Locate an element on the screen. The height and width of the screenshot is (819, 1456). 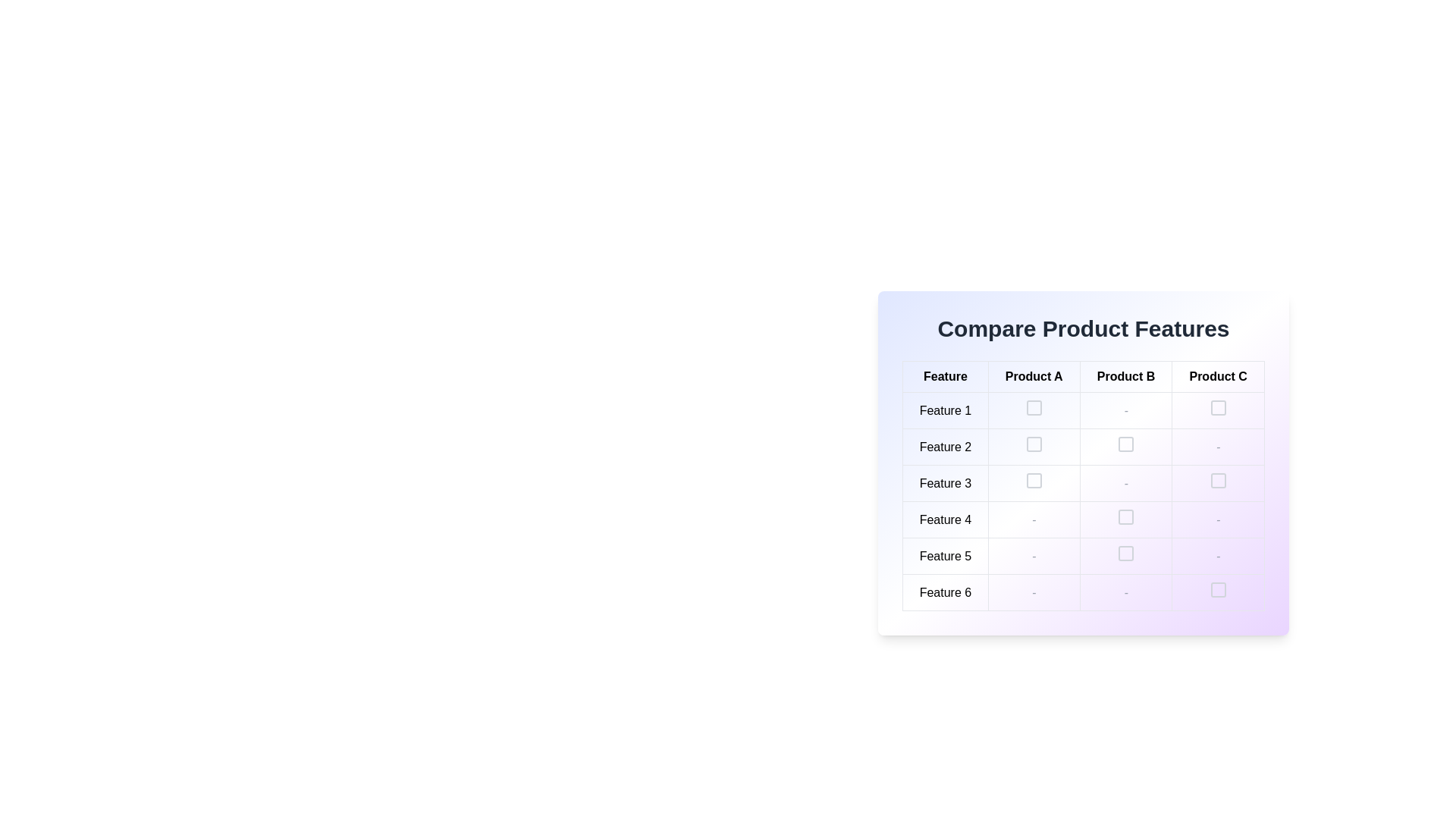
the checkbox in the third row (Feature 3) and third column (Product B) is located at coordinates (1083, 501).